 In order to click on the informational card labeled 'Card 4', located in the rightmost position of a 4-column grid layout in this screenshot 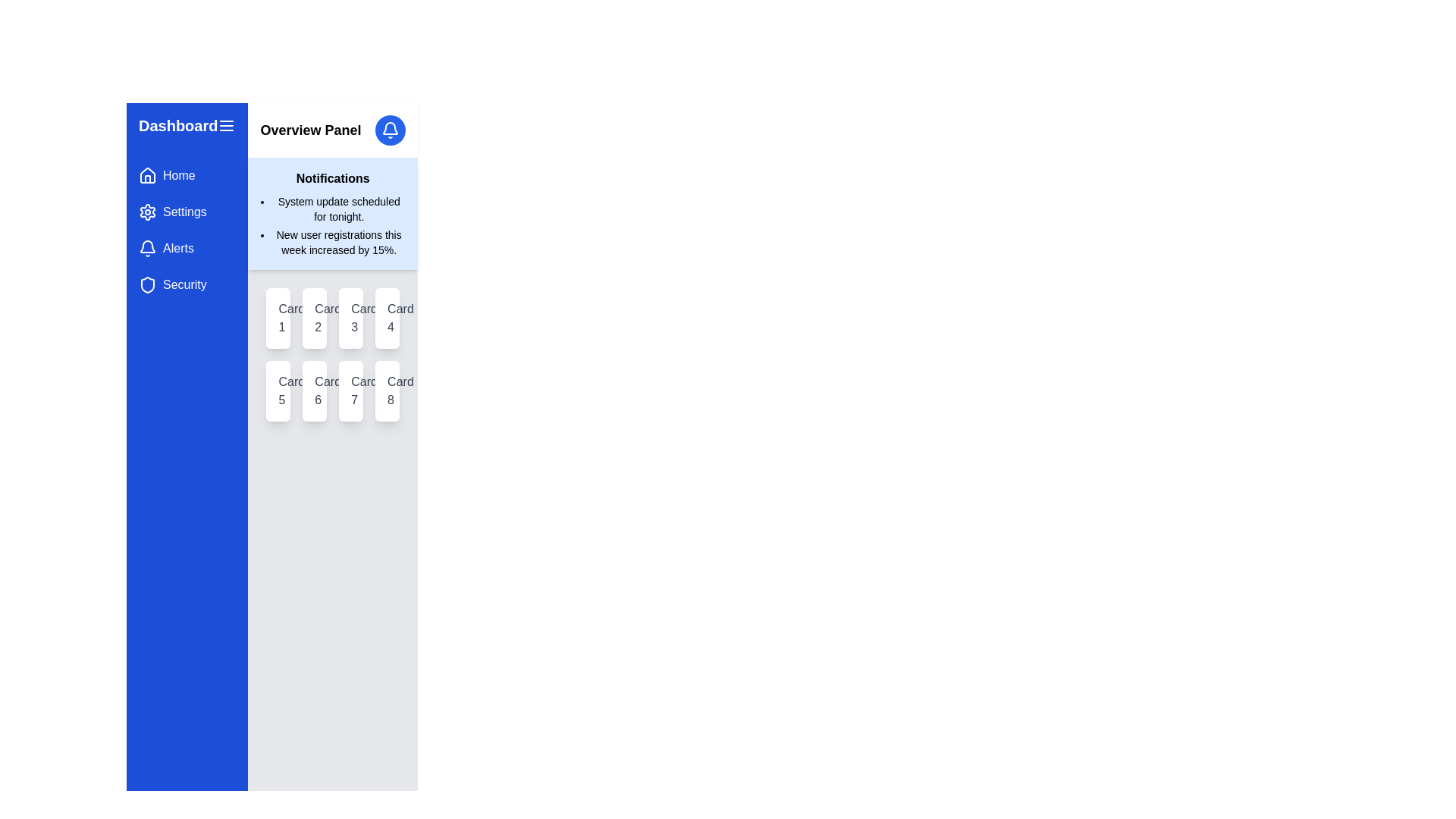, I will do `click(388, 318)`.